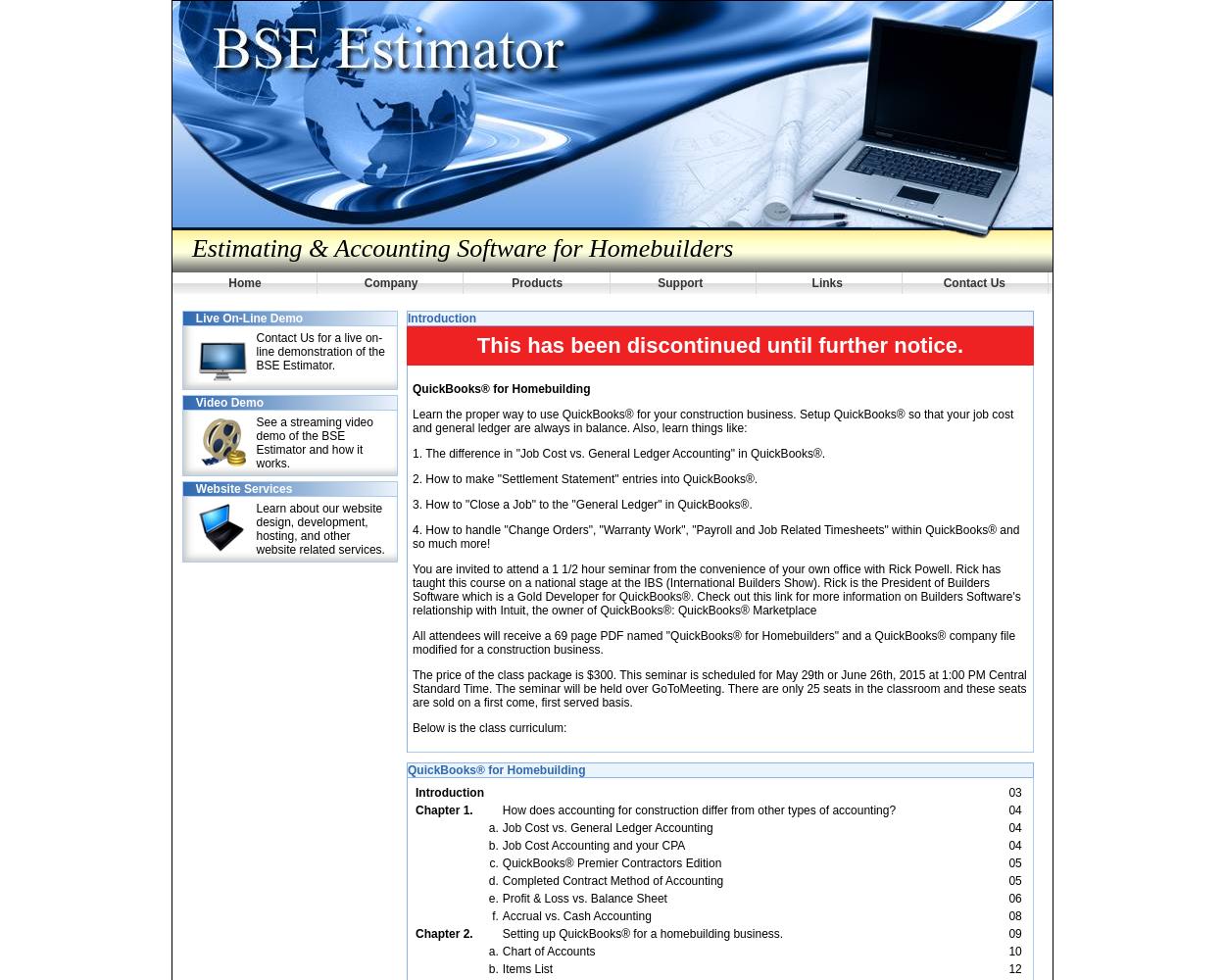 This screenshot has width=1225, height=980. Describe the element at coordinates (248, 57) in the screenshot. I see `'Partner Inquiries'` at that location.